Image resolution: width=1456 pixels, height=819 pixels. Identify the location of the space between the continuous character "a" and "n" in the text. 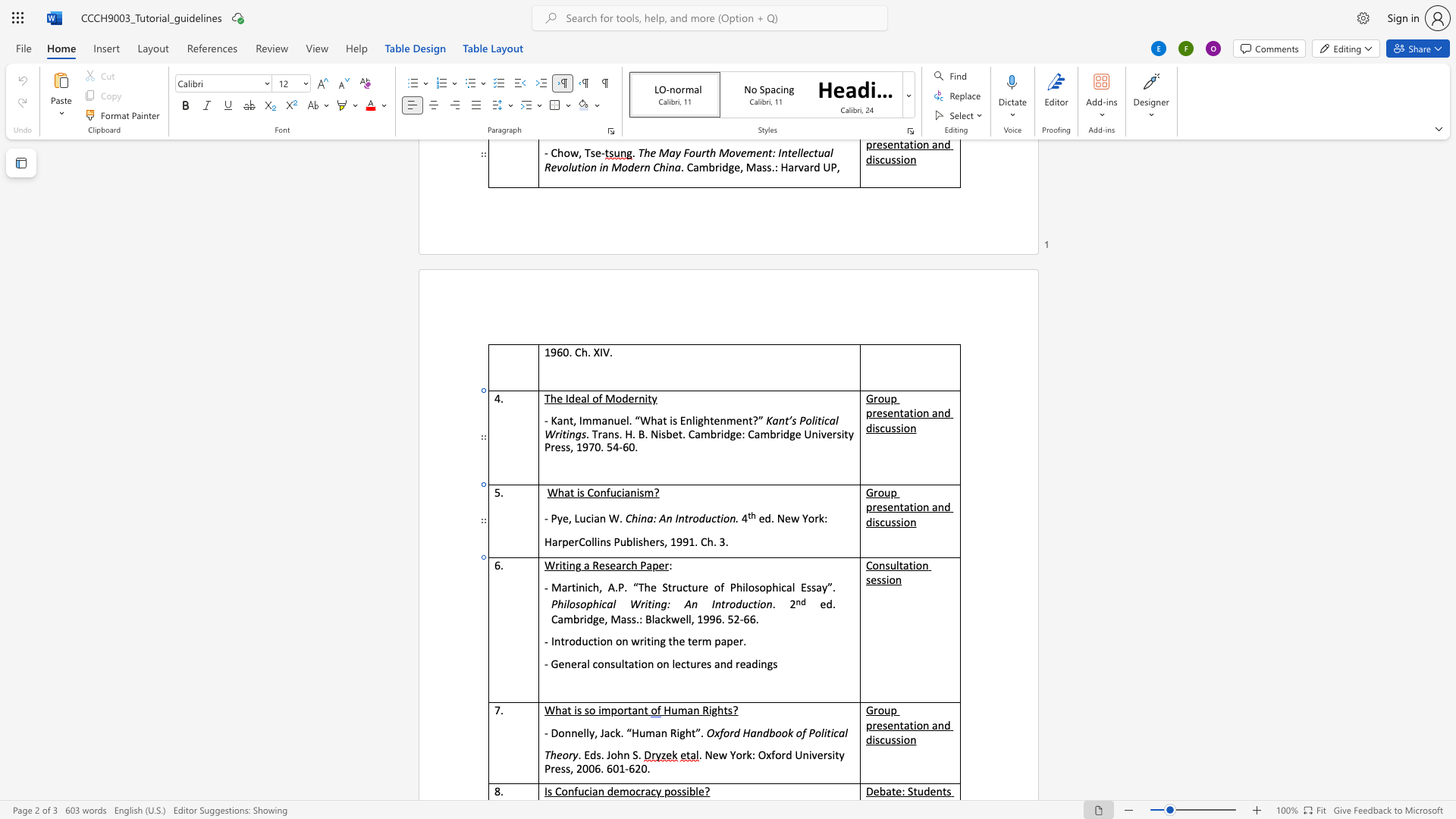
(937, 507).